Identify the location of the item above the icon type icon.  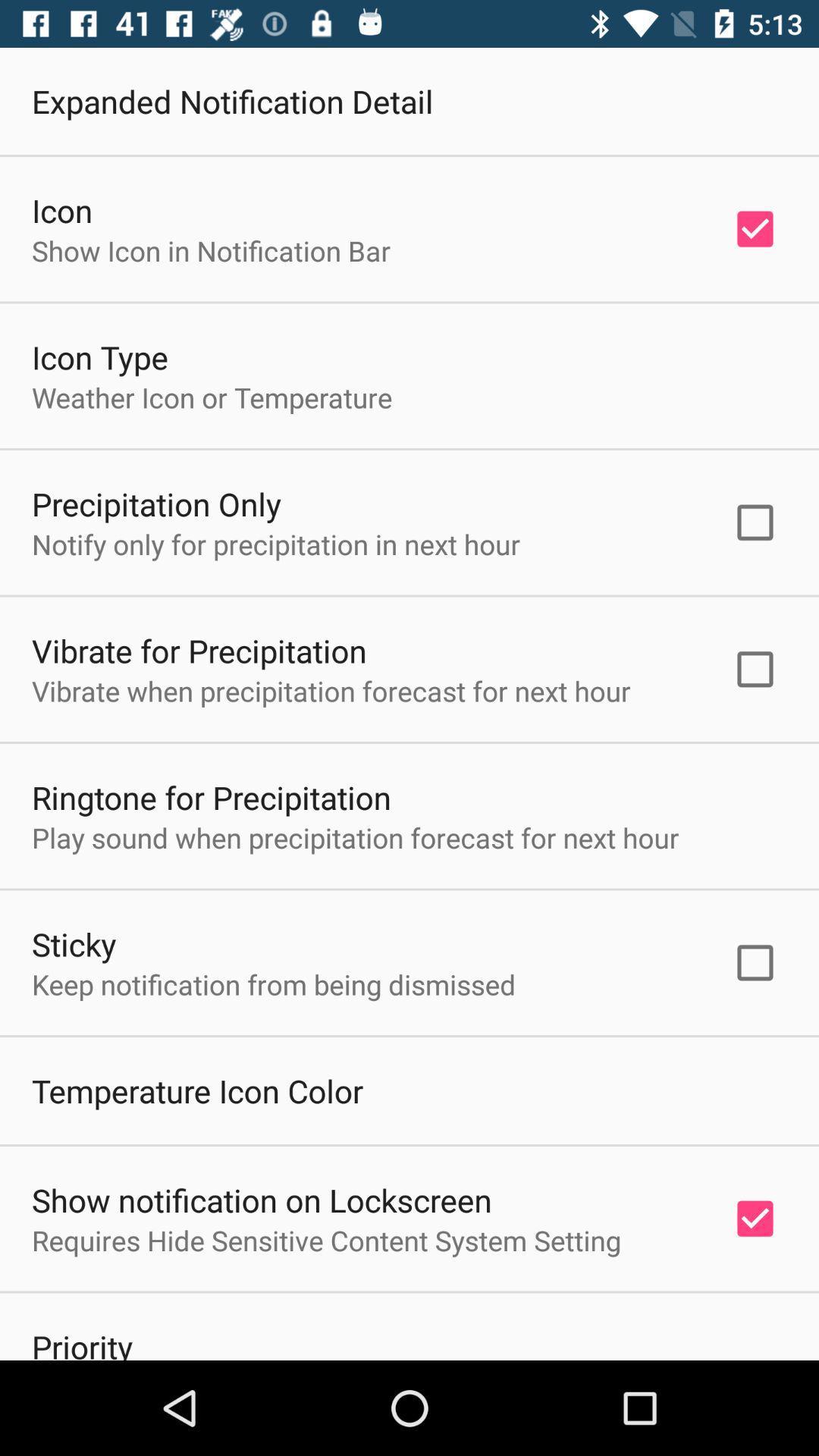
(211, 250).